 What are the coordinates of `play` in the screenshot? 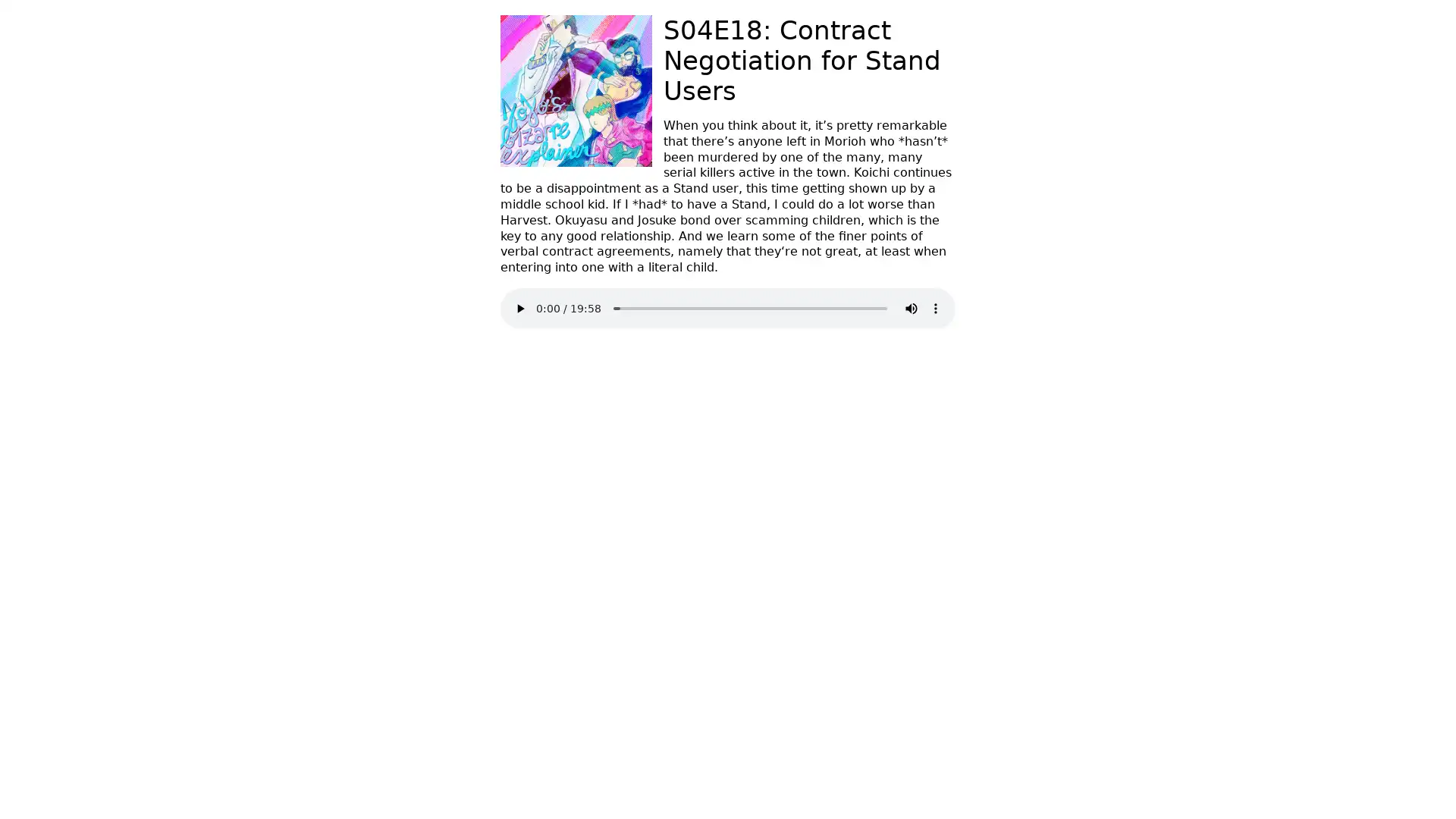 It's located at (520, 307).